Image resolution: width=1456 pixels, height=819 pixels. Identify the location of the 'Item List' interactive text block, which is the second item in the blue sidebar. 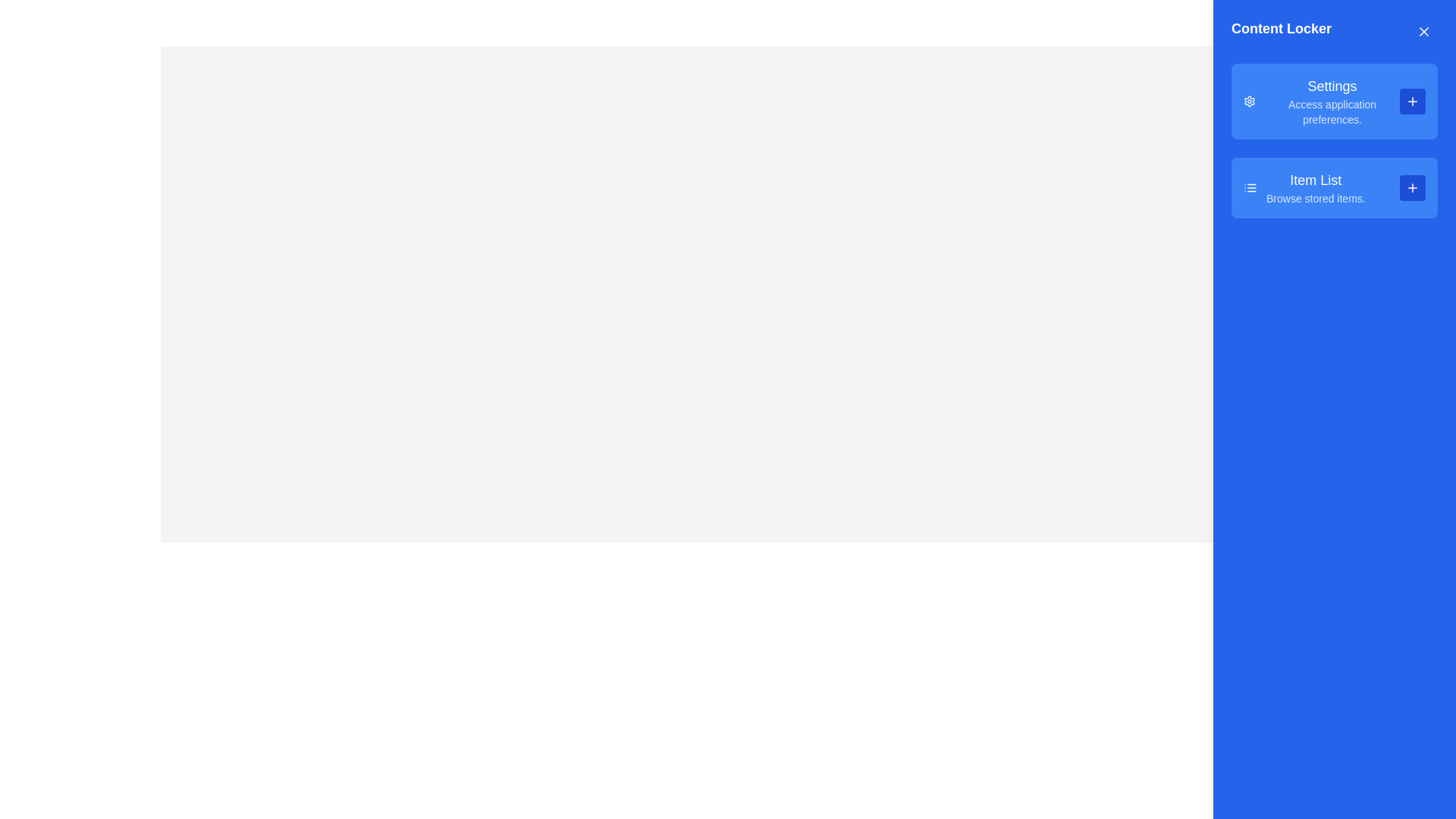
(1315, 187).